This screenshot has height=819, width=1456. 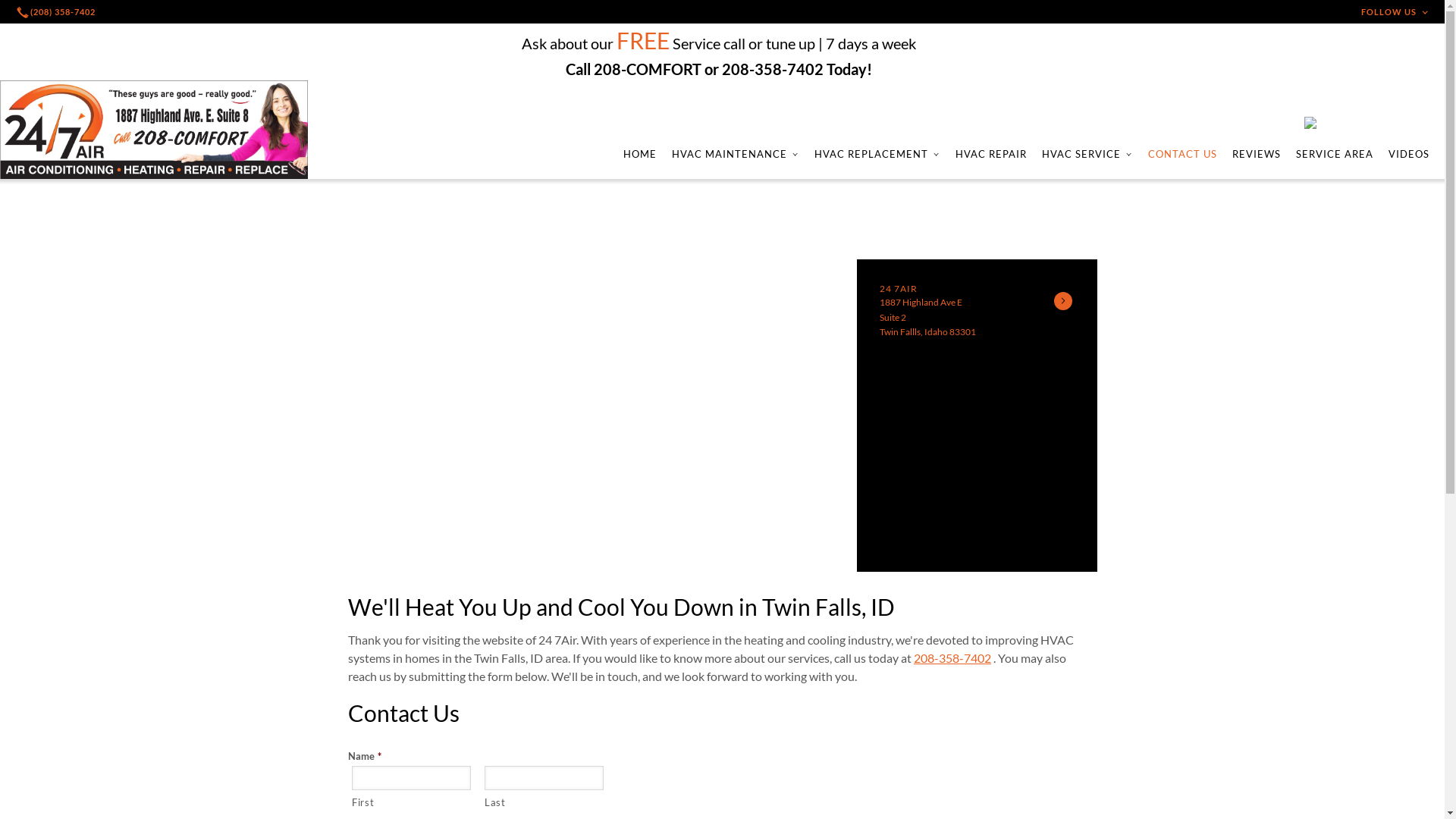 What do you see at coordinates (640, 154) in the screenshot?
I see `'HOME'` at bounding box center [640, 154].